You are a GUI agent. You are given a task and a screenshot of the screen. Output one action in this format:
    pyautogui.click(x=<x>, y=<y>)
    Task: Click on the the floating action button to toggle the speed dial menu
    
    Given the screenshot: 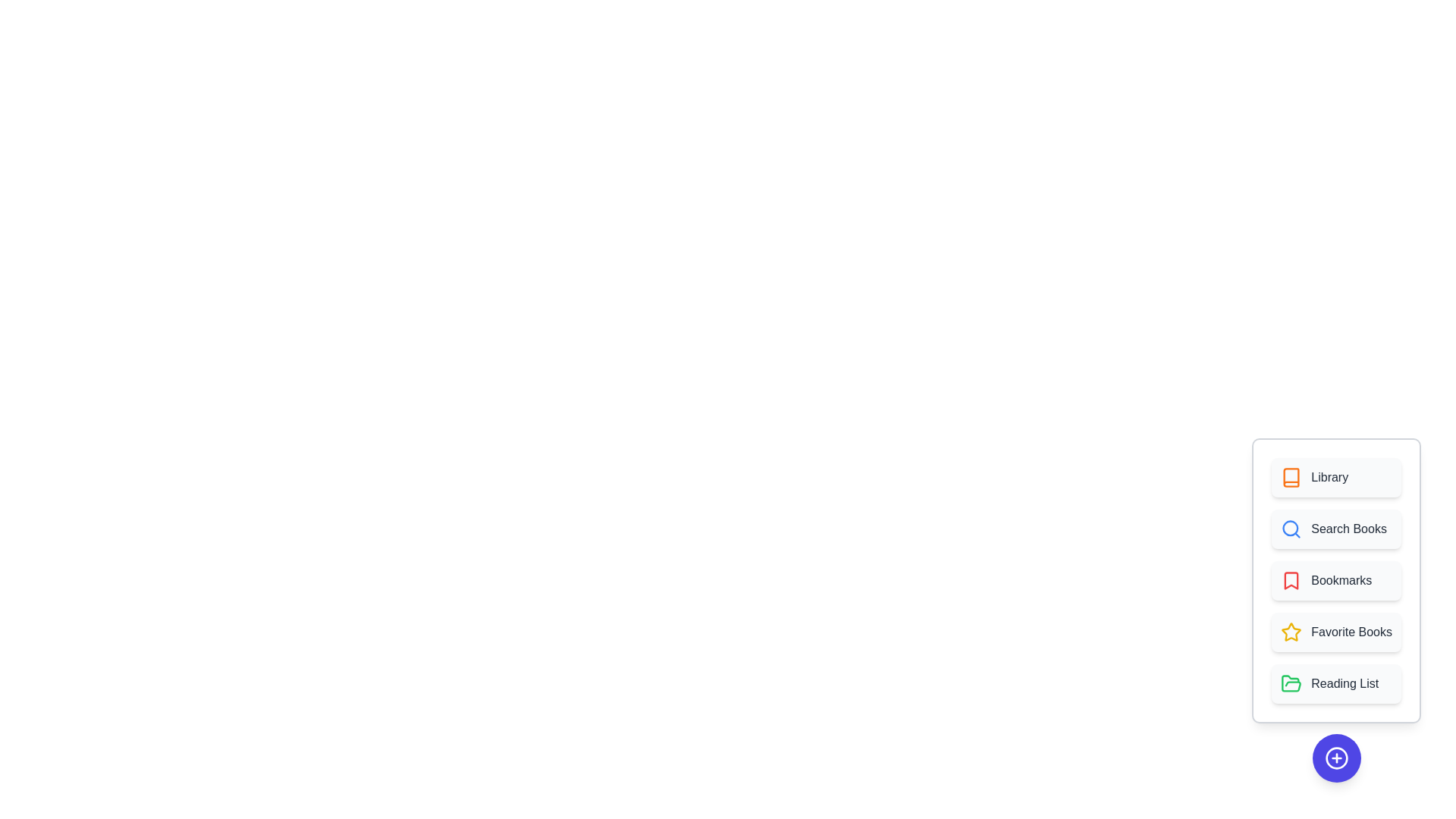 What is the action you would take?
    pyautogui.click(x=1336, y=758)
    